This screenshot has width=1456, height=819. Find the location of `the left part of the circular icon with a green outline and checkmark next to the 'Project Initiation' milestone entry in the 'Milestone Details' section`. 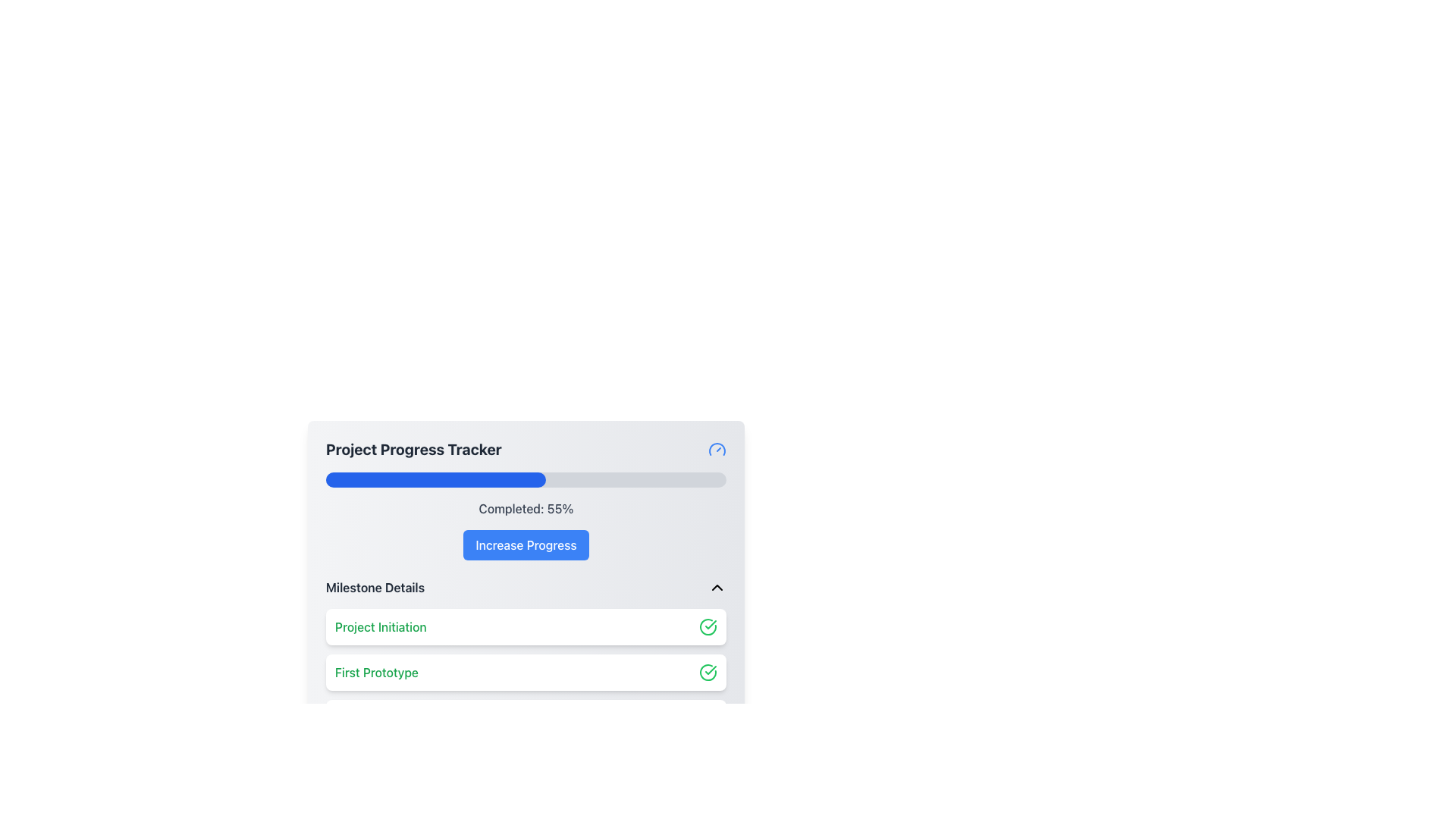

the left part of the circular icon with a green outline and checkmark next to the 'Project Initiation' milestone entry in the 'Milestone Details' section is located at coordinates (708, 626).